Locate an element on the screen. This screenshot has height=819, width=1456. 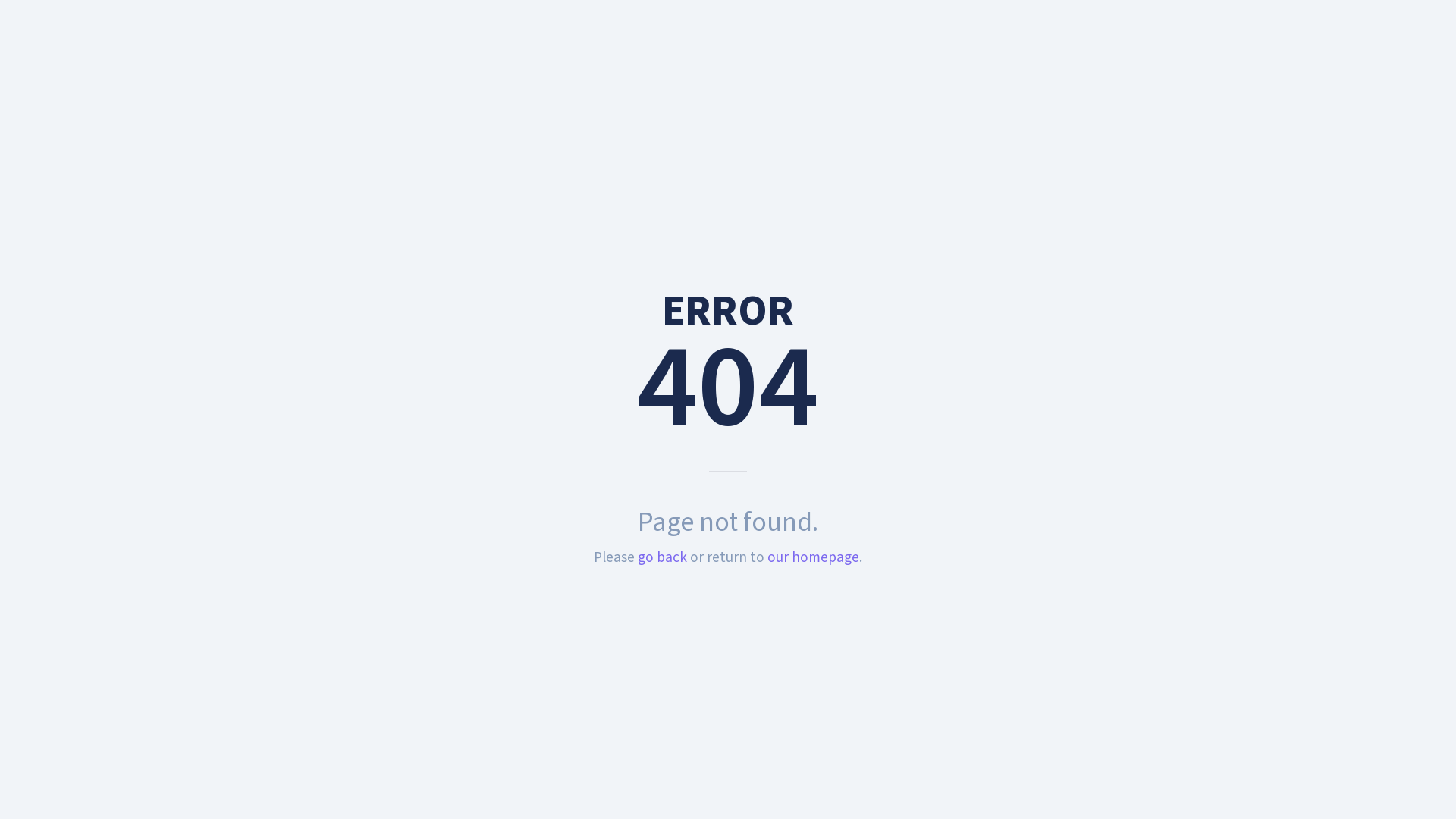
'our homepage' is located at coordinates (812, 556).